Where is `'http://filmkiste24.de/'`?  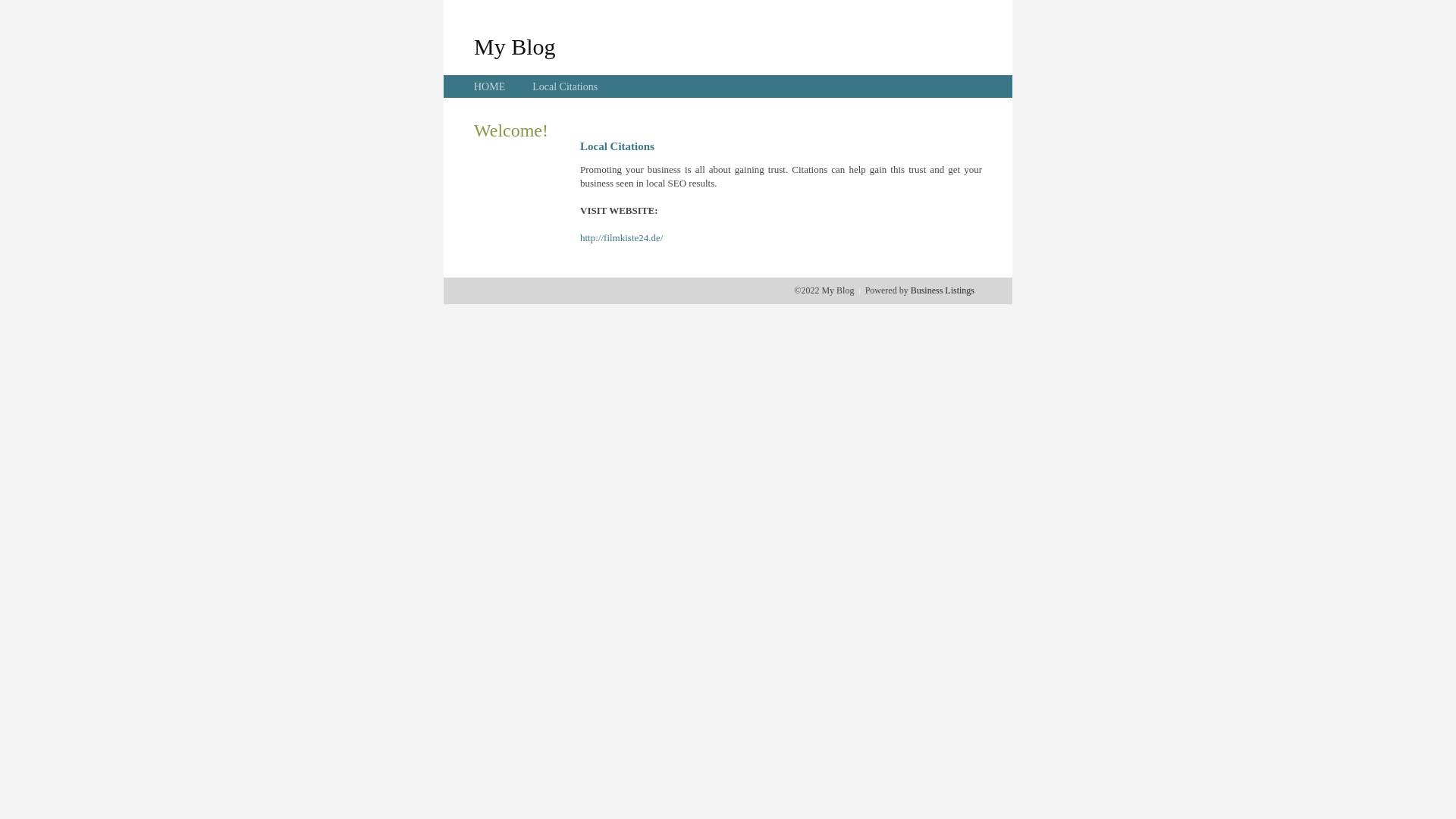
'http://filmkiste24.de/' is located at coordinates (621, 237).